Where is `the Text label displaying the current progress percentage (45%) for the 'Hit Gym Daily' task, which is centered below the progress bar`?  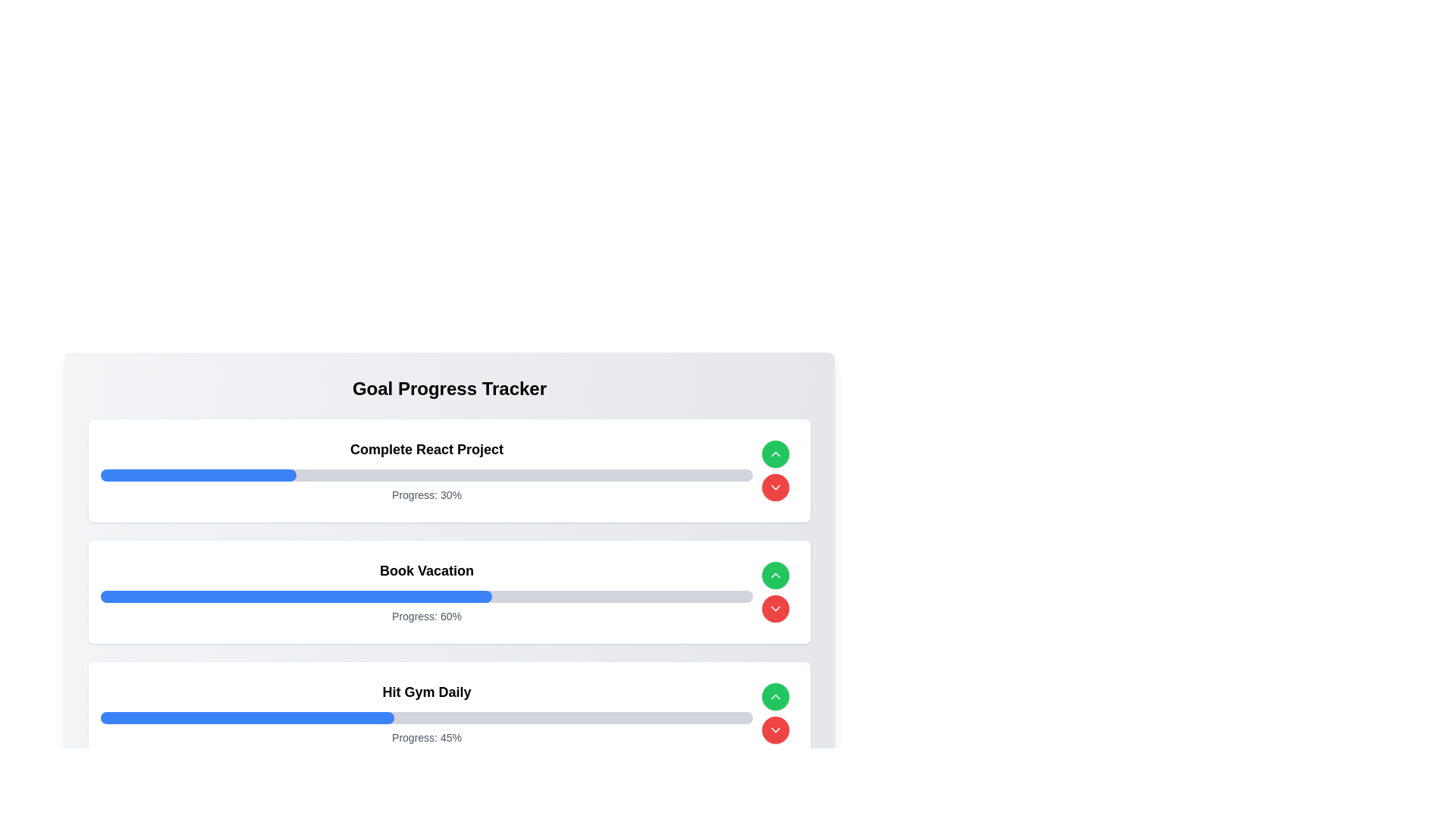 the Text label displaying the current progress percentage (45%) for the 'Hit Gym Daily' task, which is centered below the progress bar is located at coordinates (425, 736).